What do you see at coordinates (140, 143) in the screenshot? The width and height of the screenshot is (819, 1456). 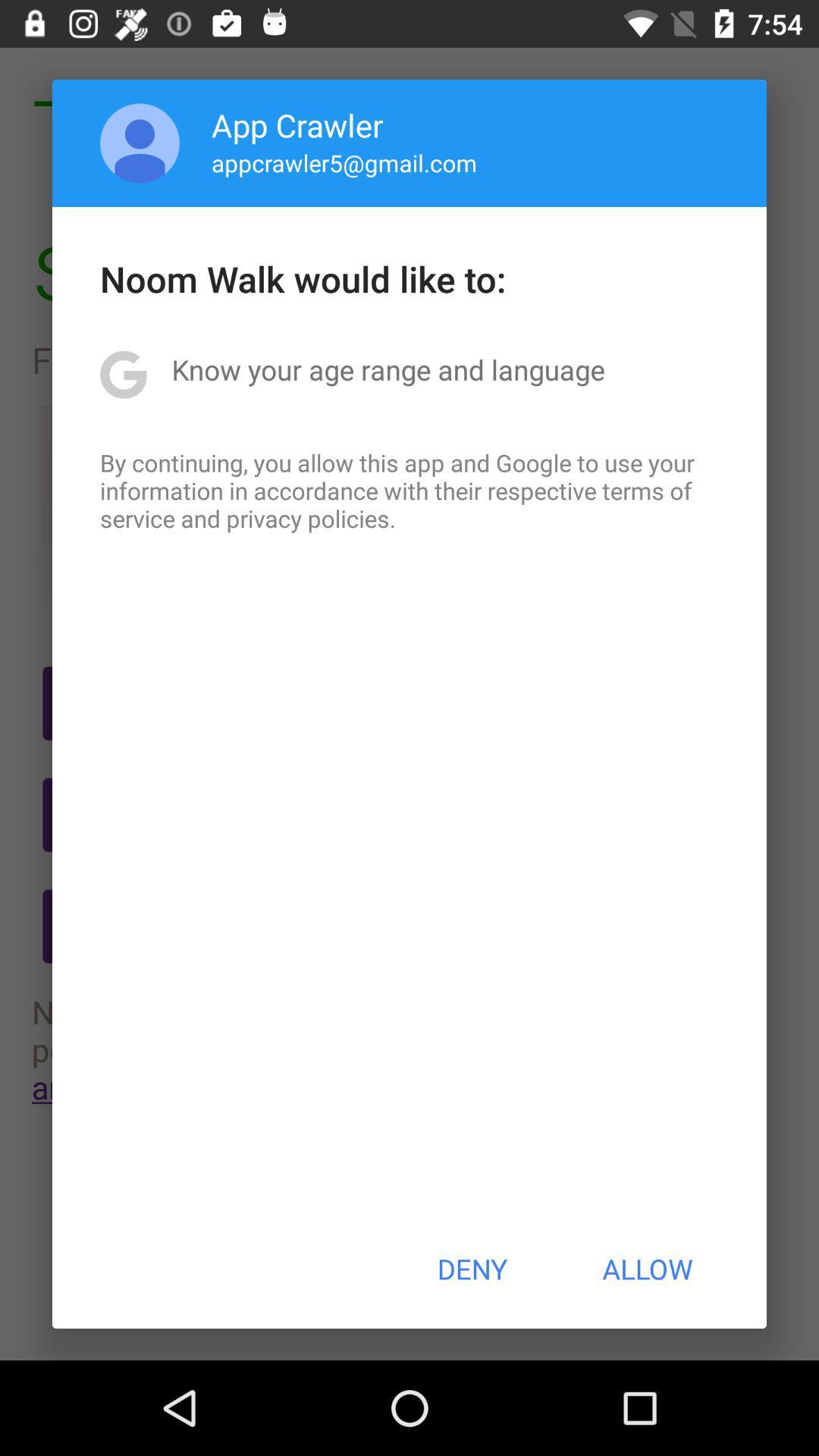 I see `the icon above the noom walk would item` at bounding box center [140, 143].